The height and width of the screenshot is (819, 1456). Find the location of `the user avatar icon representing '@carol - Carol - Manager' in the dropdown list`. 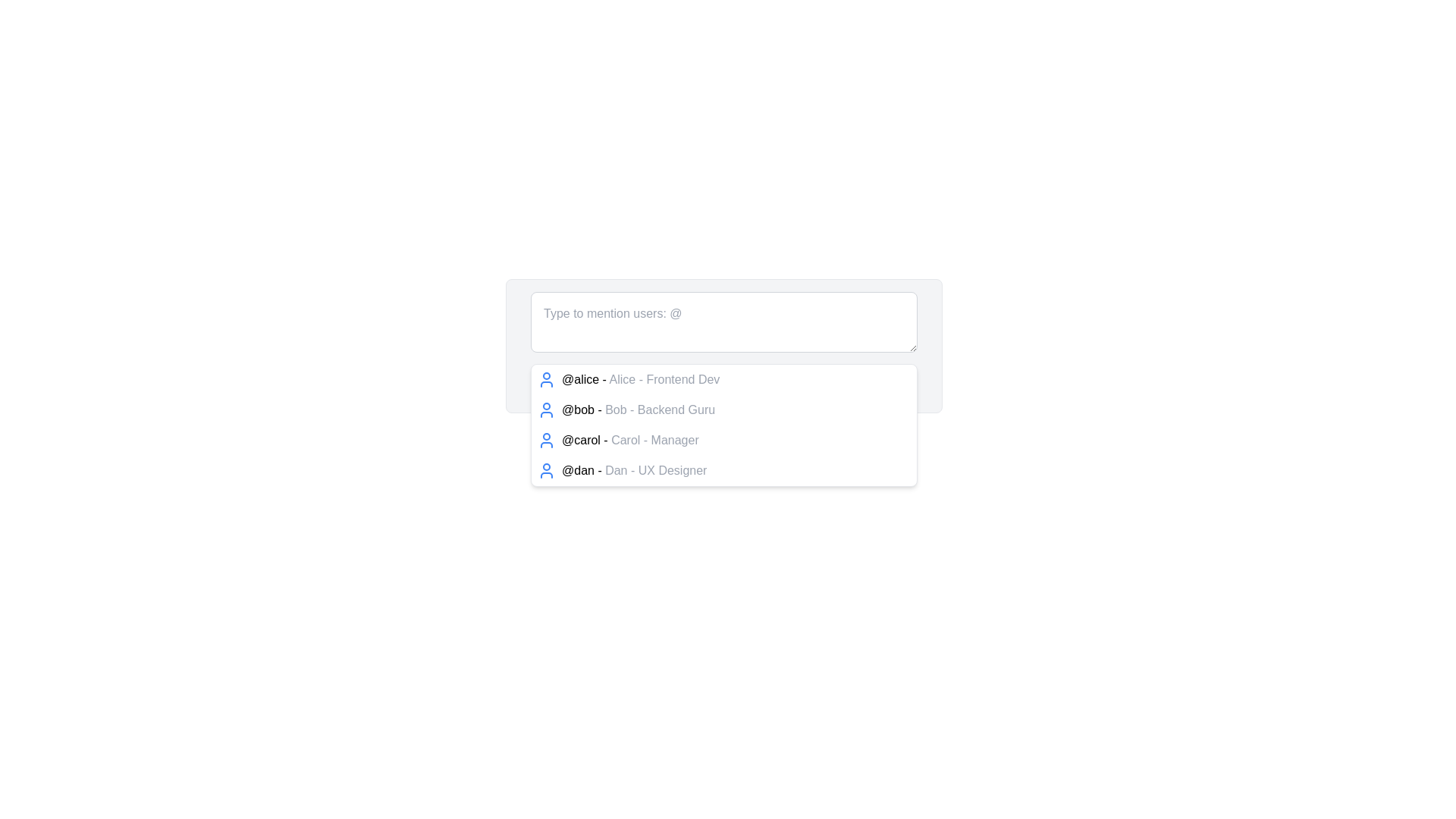

the user avatar icon representing '@carol - Carol - Manager' in the dropdown list is located at coordinates (546, 441).